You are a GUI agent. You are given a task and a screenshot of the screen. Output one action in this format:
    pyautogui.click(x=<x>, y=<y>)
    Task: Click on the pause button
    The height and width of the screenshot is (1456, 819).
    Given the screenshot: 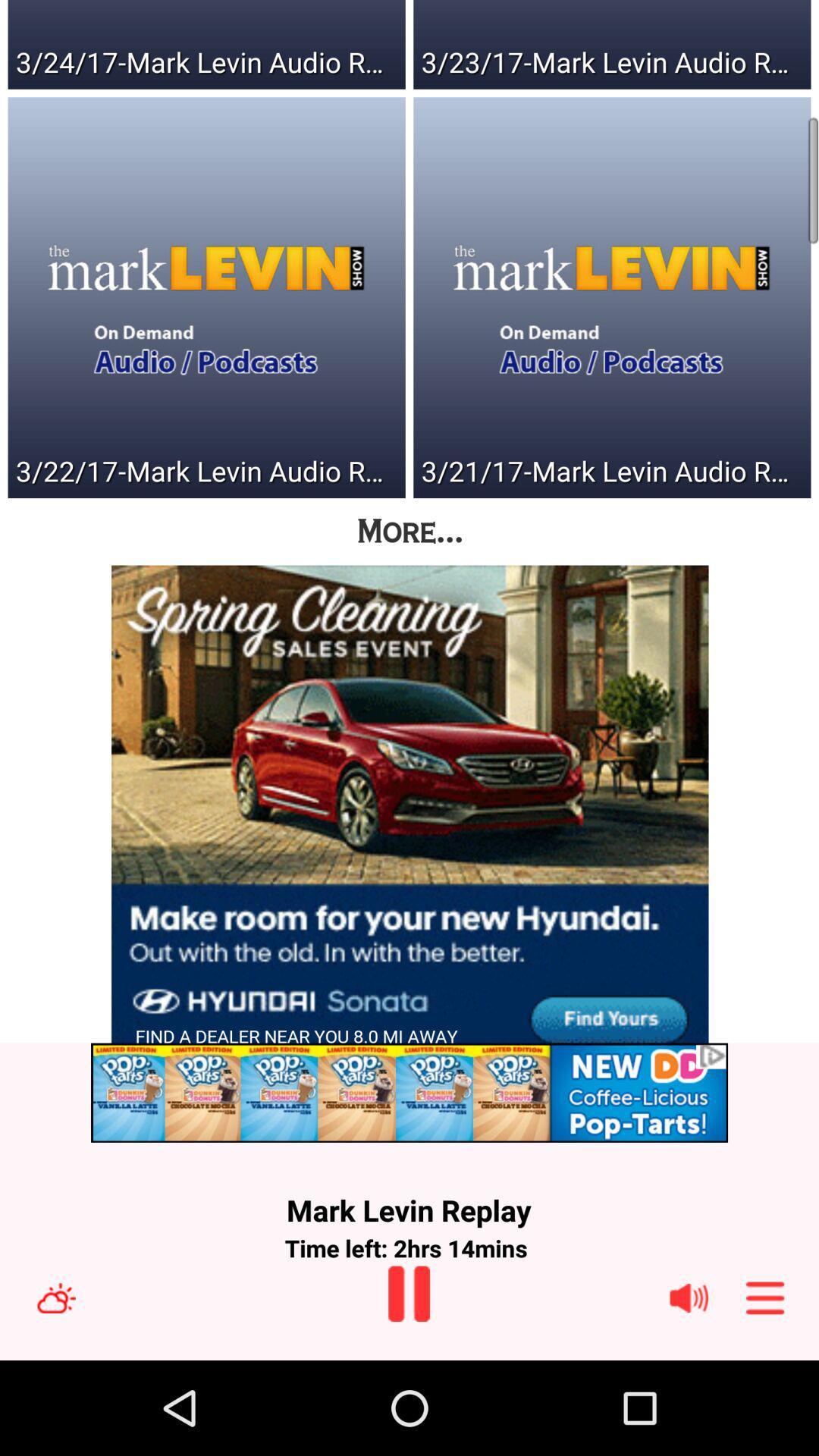 What is the action you would take?
    pyautogui.click(x=408, y=1293)
    